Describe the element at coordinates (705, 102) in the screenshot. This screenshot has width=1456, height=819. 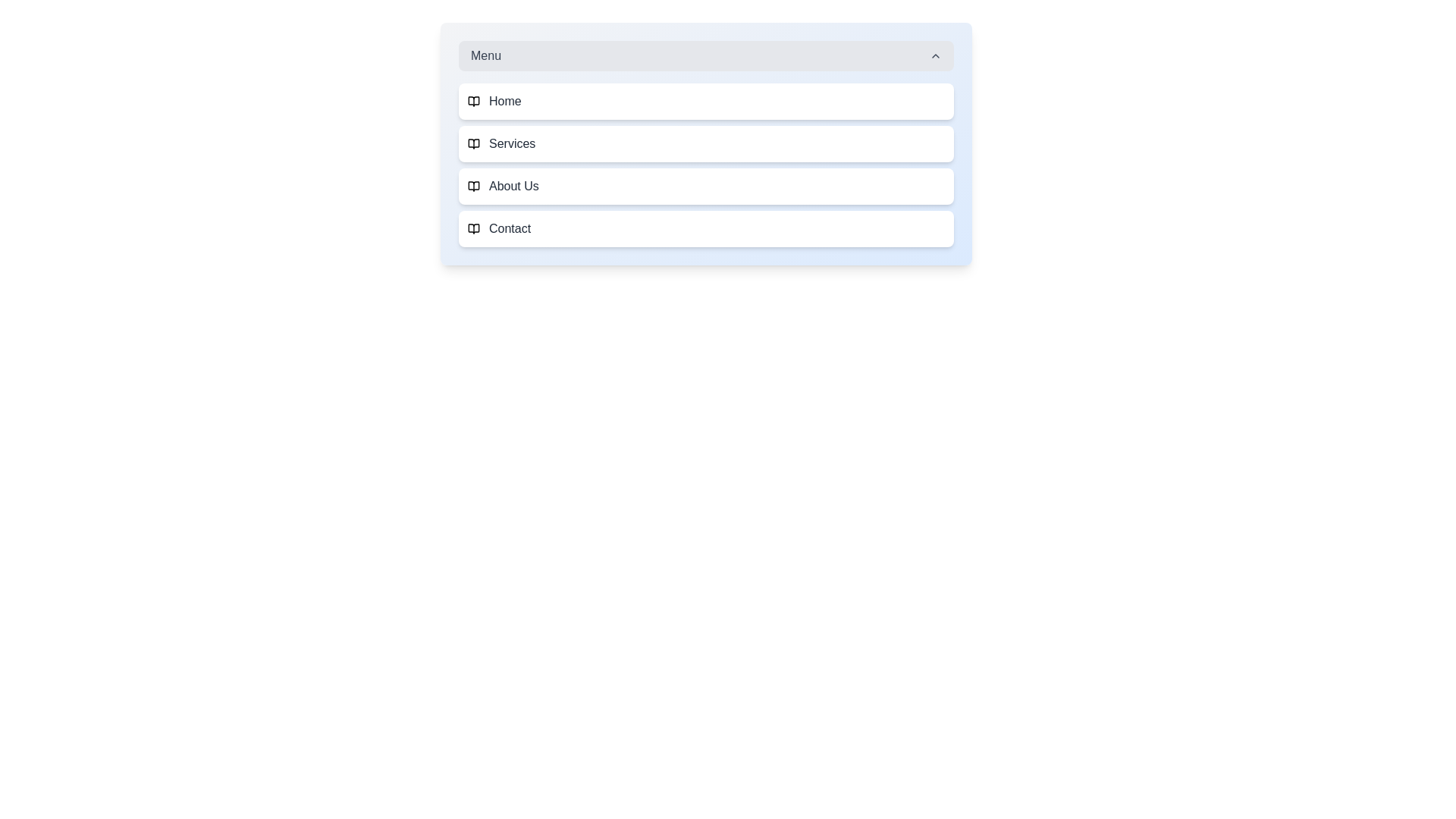
I see `the clickable hyperlink menu item located at the top of the menu list beneath the 'Menu' title bar` at that location.